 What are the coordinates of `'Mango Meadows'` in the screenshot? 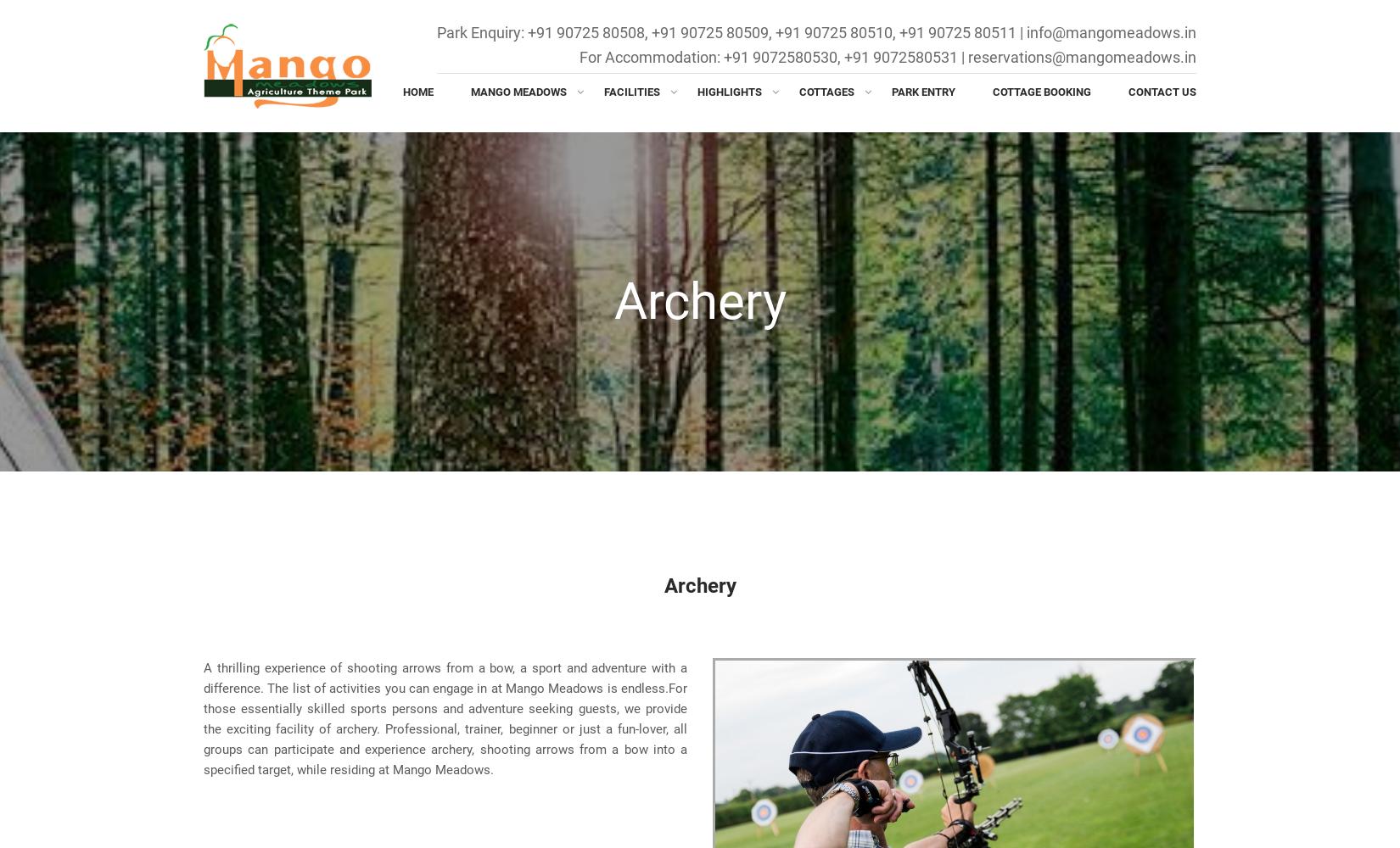 It's located at (518, 91).